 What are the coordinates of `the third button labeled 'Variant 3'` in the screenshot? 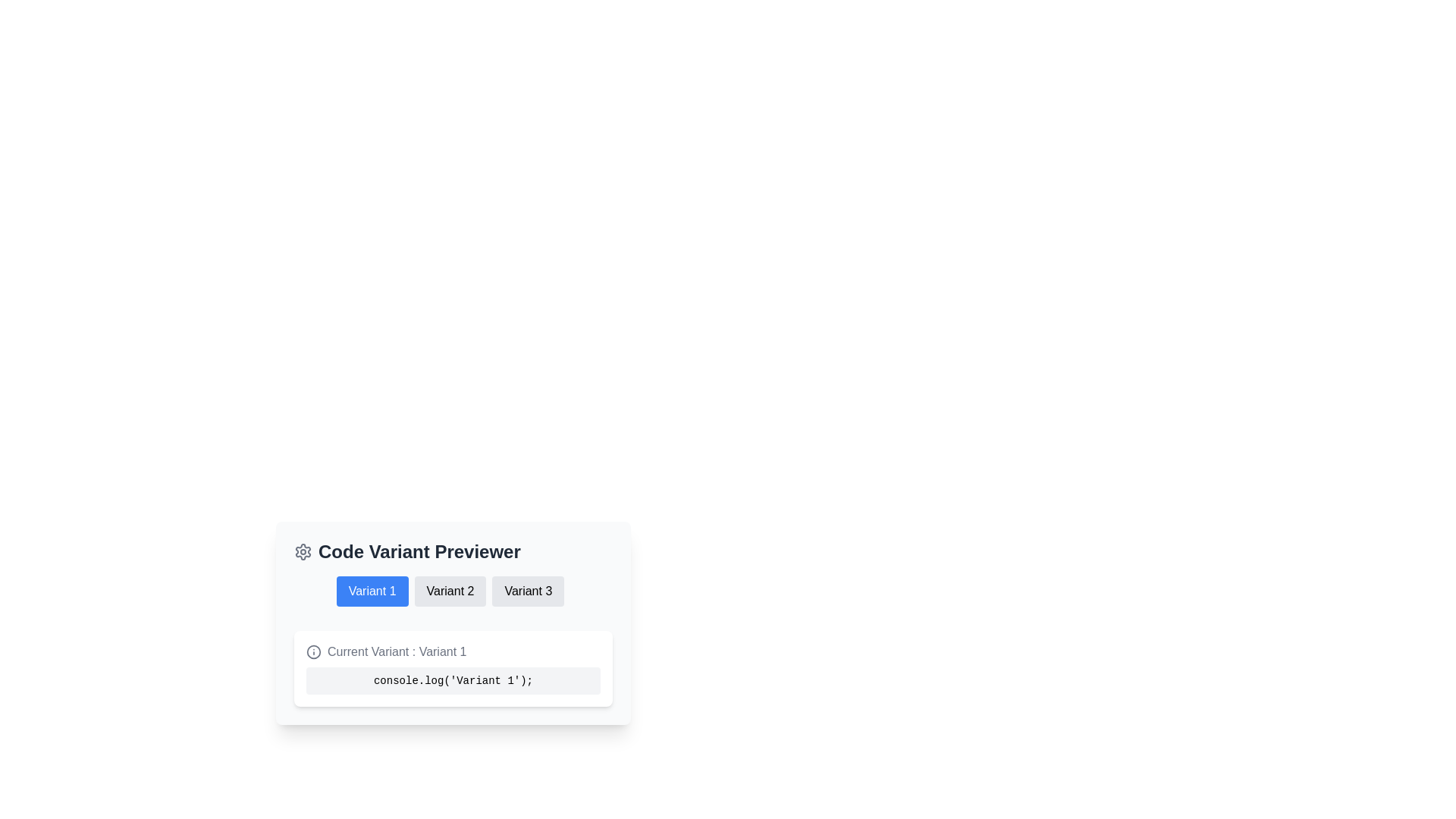 It's located at (528, 590).